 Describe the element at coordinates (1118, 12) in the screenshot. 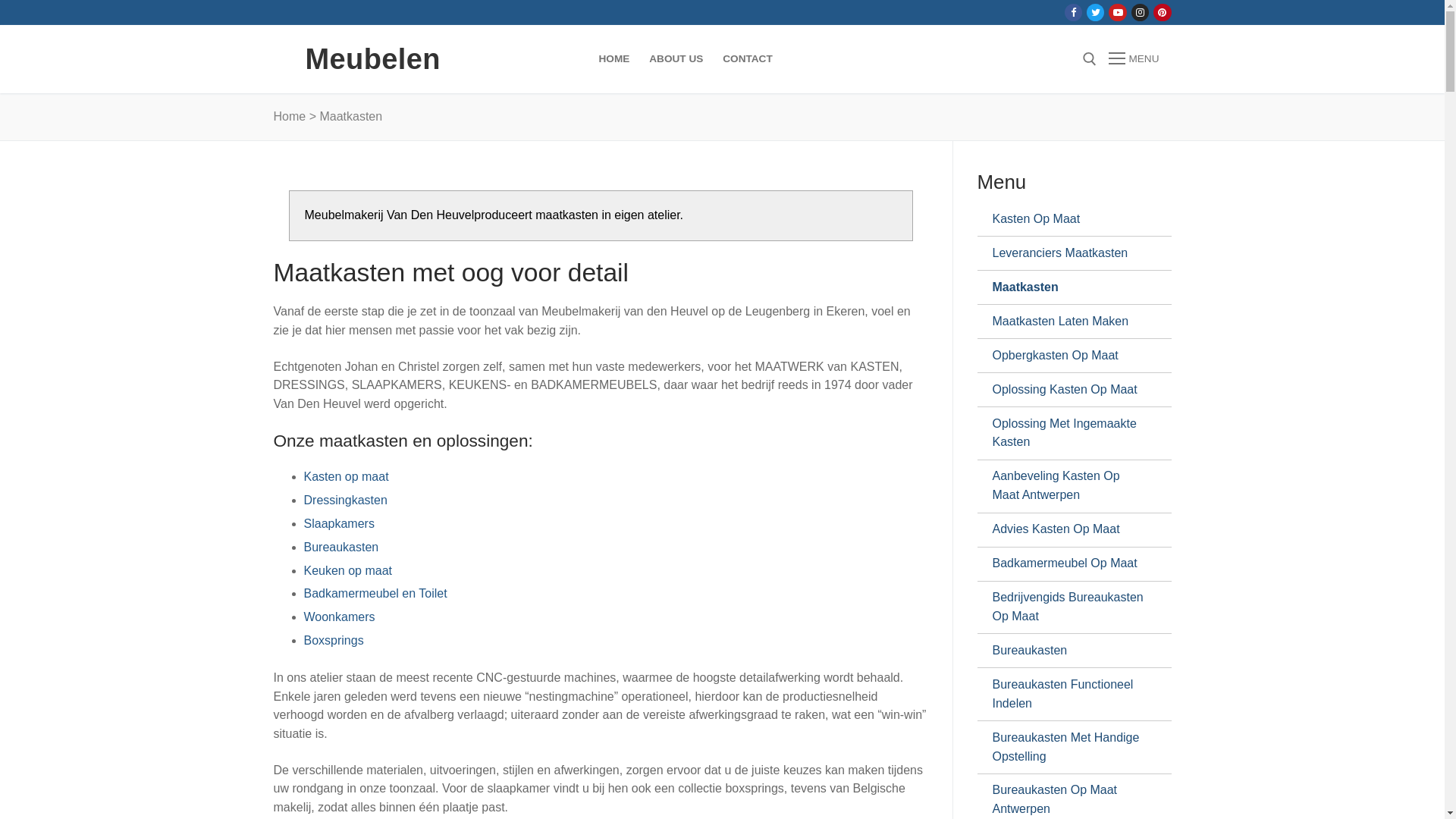

I see `'Youtube'` at that location.